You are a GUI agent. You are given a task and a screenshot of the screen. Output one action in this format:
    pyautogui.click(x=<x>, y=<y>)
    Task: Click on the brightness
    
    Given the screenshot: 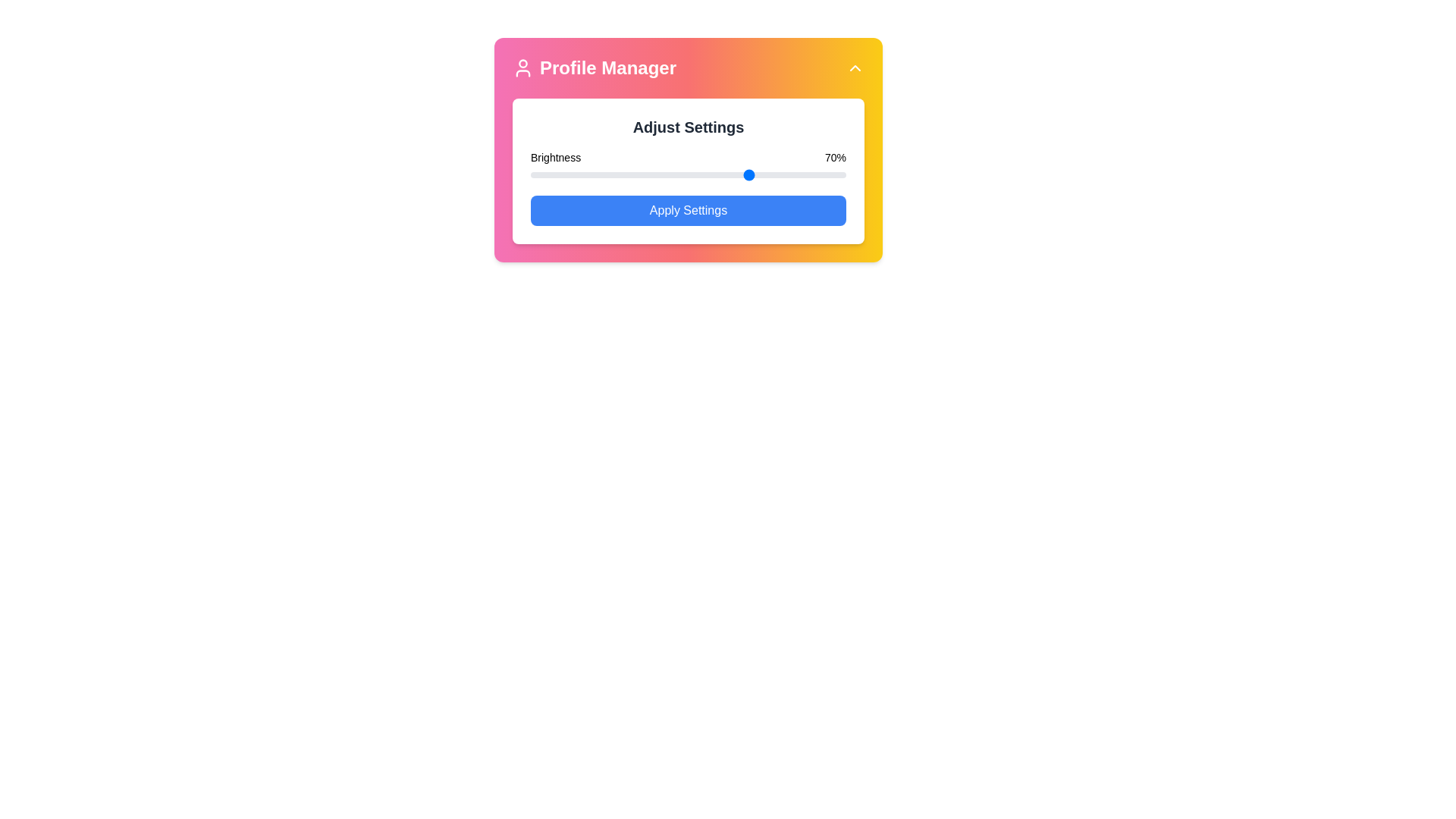 What is the action you would take?
    pyautogui.click(x=783, y=174)
    